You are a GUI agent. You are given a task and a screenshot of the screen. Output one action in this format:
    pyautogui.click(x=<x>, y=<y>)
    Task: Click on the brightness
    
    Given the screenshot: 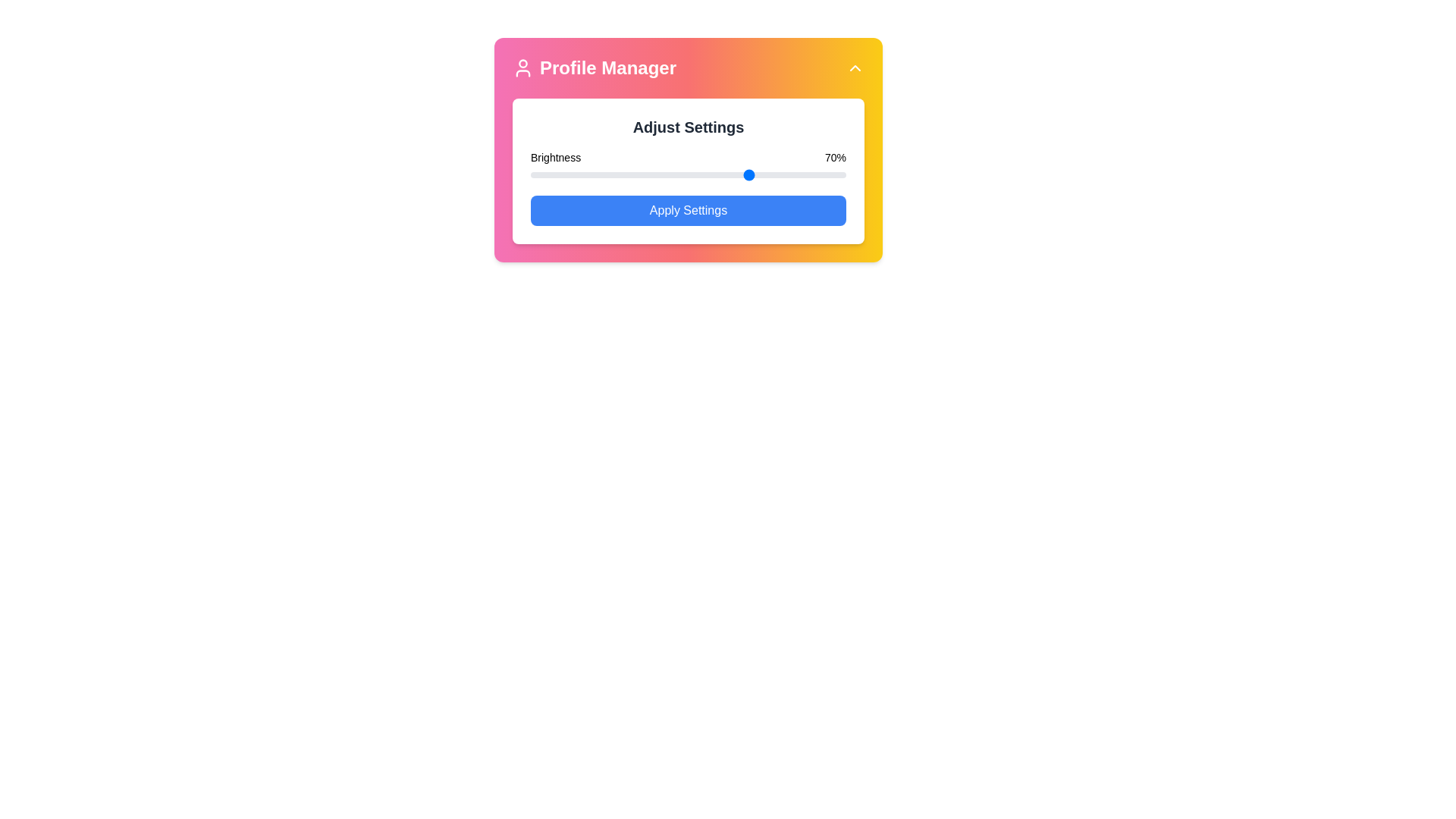 What is the action you would take?
    pyautogui.click(x=783, y=174)
    